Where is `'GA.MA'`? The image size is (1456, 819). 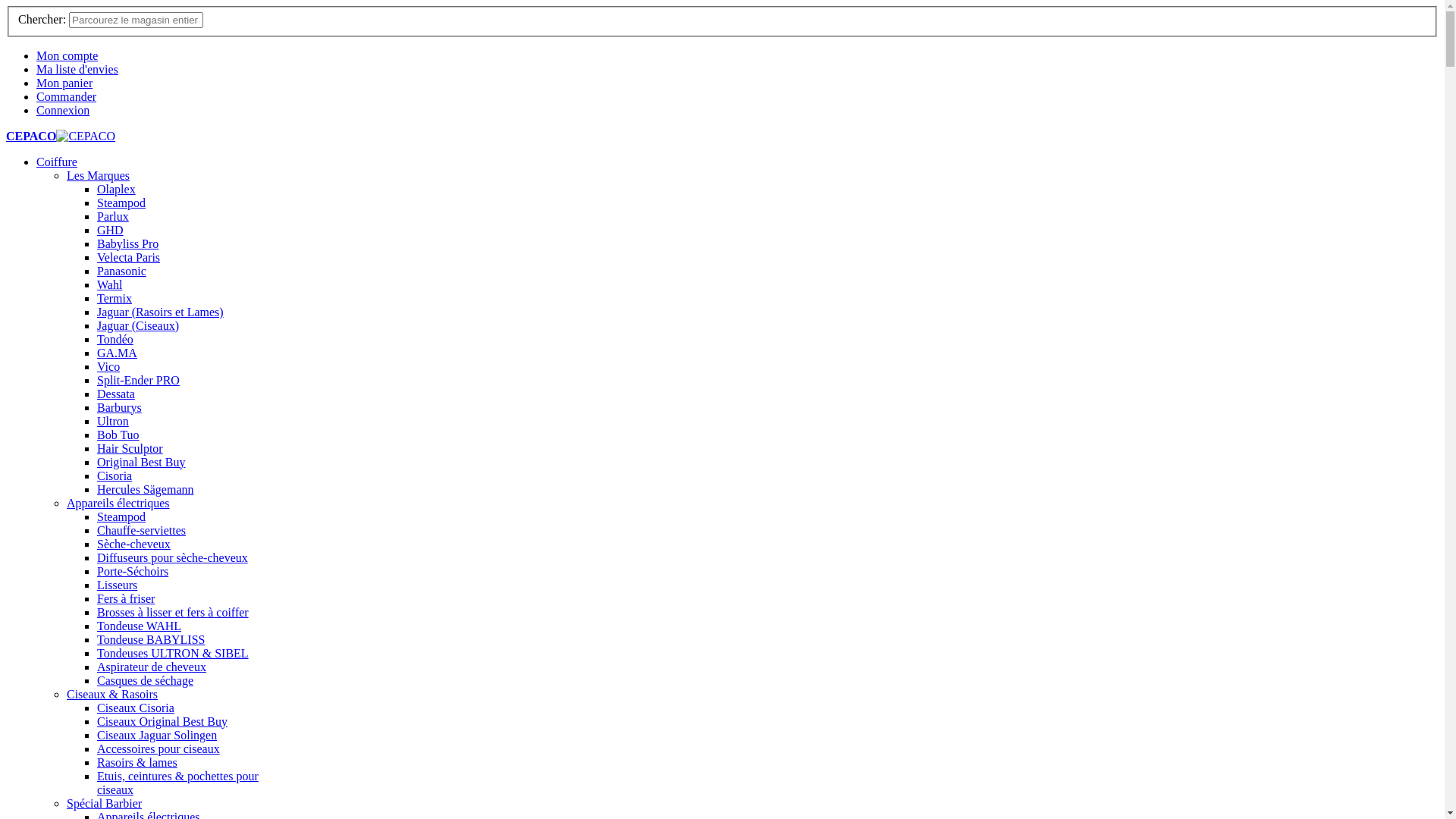 'GA.MA' is located at coordinates (116, 353).